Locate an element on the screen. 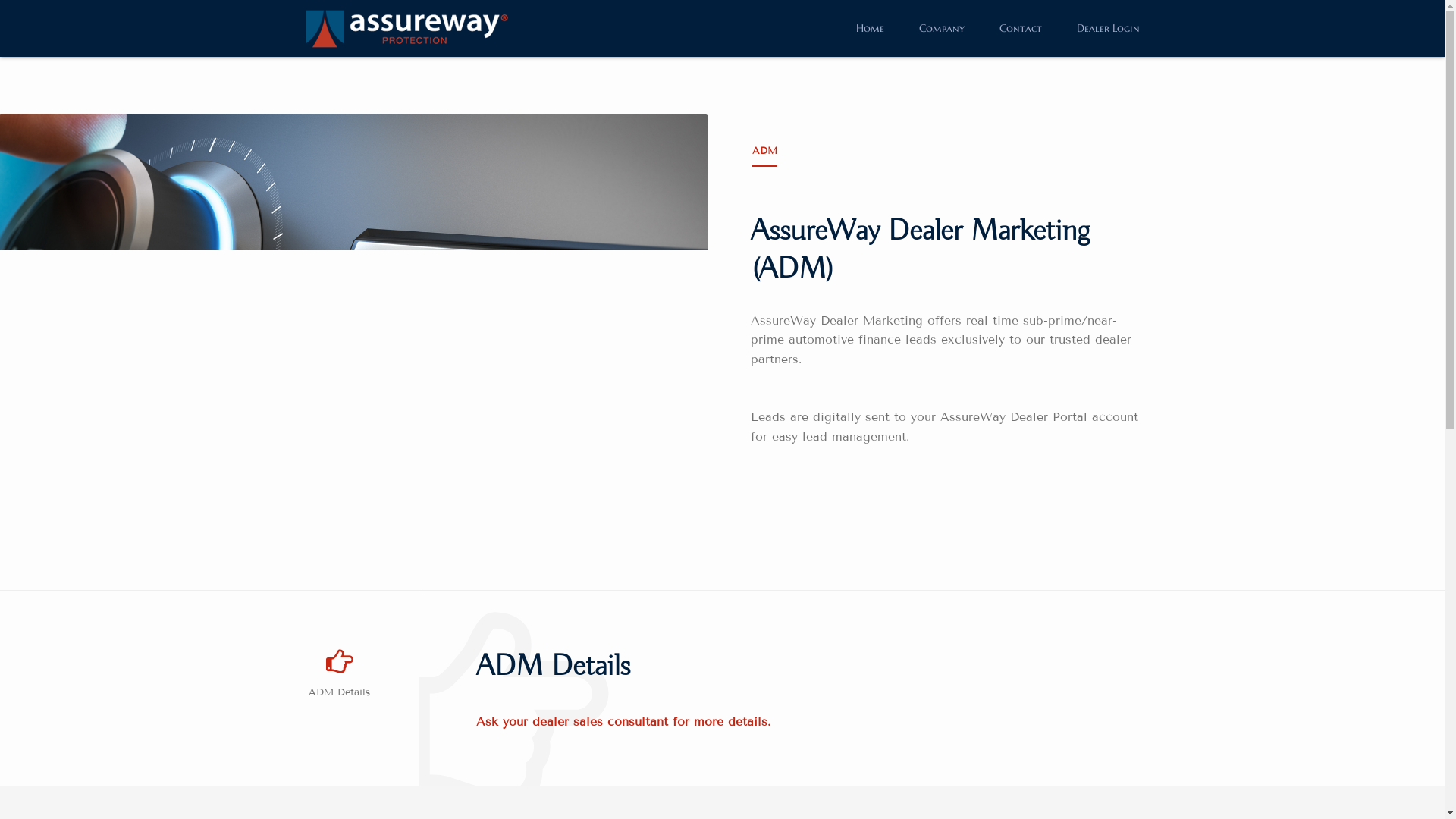 This screenshot has width=1456, height=819. 'Home' is located at coordinates (869, 28).